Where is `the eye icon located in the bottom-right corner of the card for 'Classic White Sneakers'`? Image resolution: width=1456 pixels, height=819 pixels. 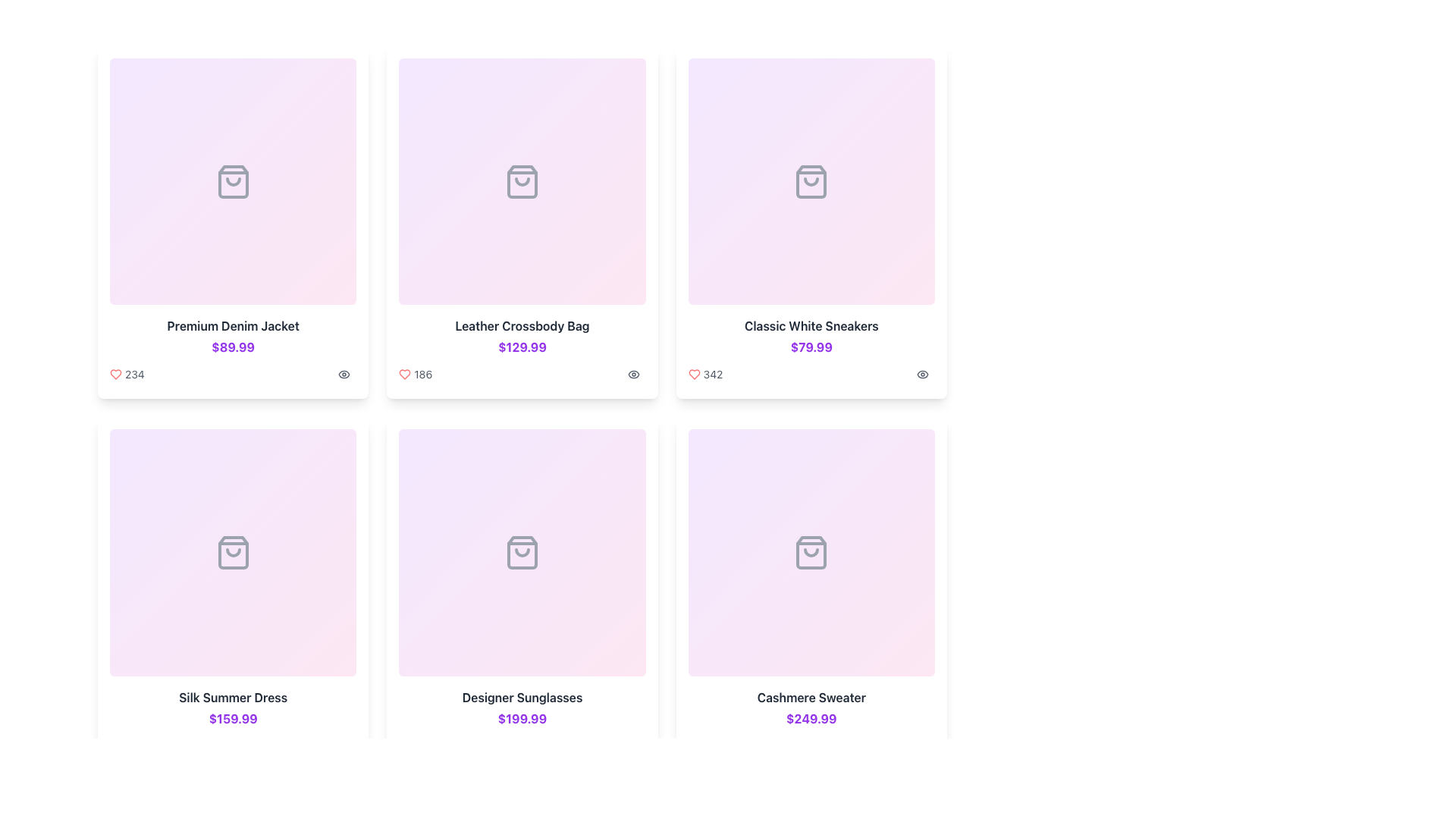
the eye icon located in the bottom-right corner of the card for 'Classic White Sneakers' is located at coordinates (922, 374).